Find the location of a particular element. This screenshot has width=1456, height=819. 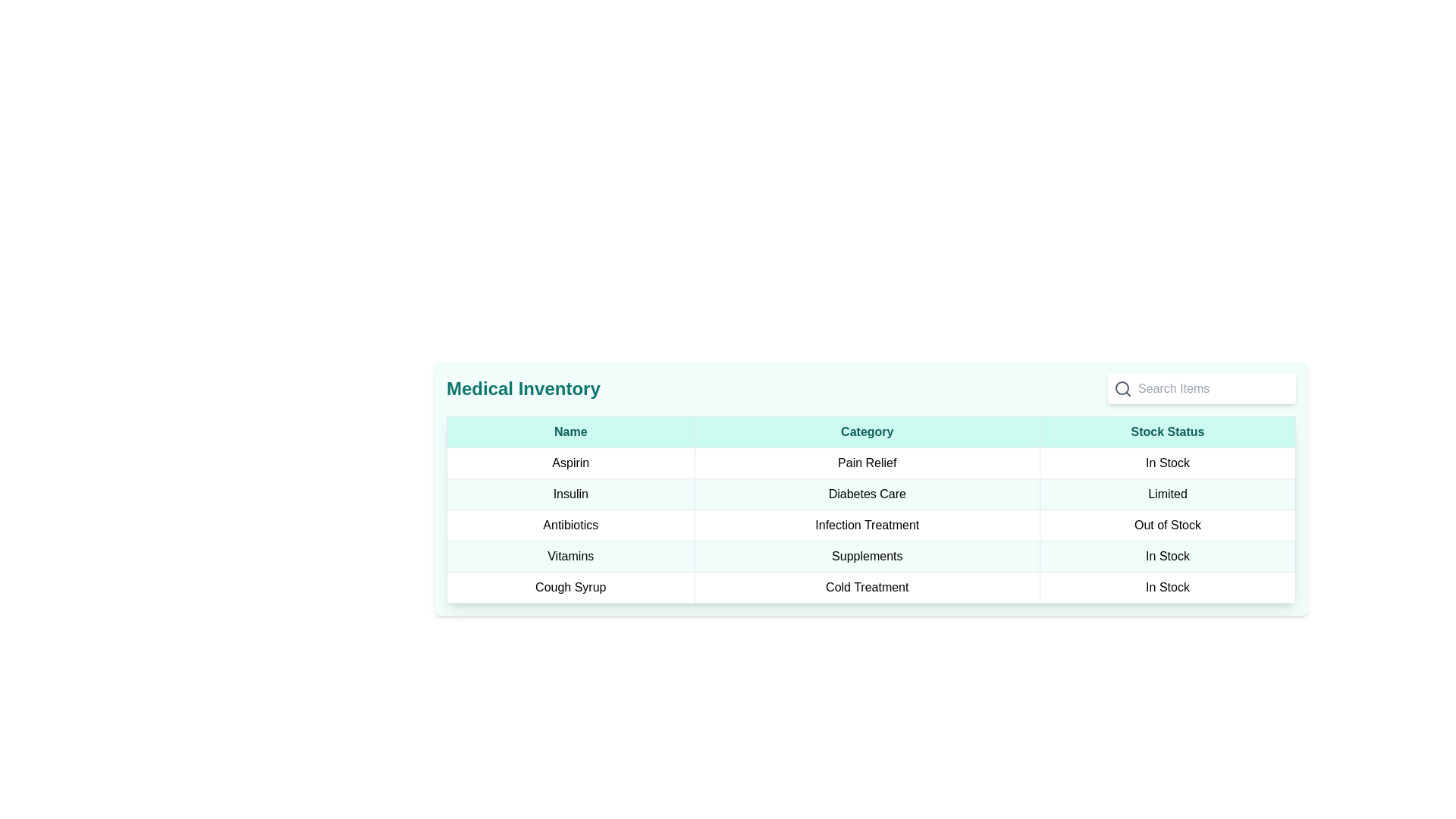

the 'Stock Status' column header, which is styled with bold text on a mint green background and is the rightmost column in the header row of a medical inventory table is located at coordinates (1167, 432).